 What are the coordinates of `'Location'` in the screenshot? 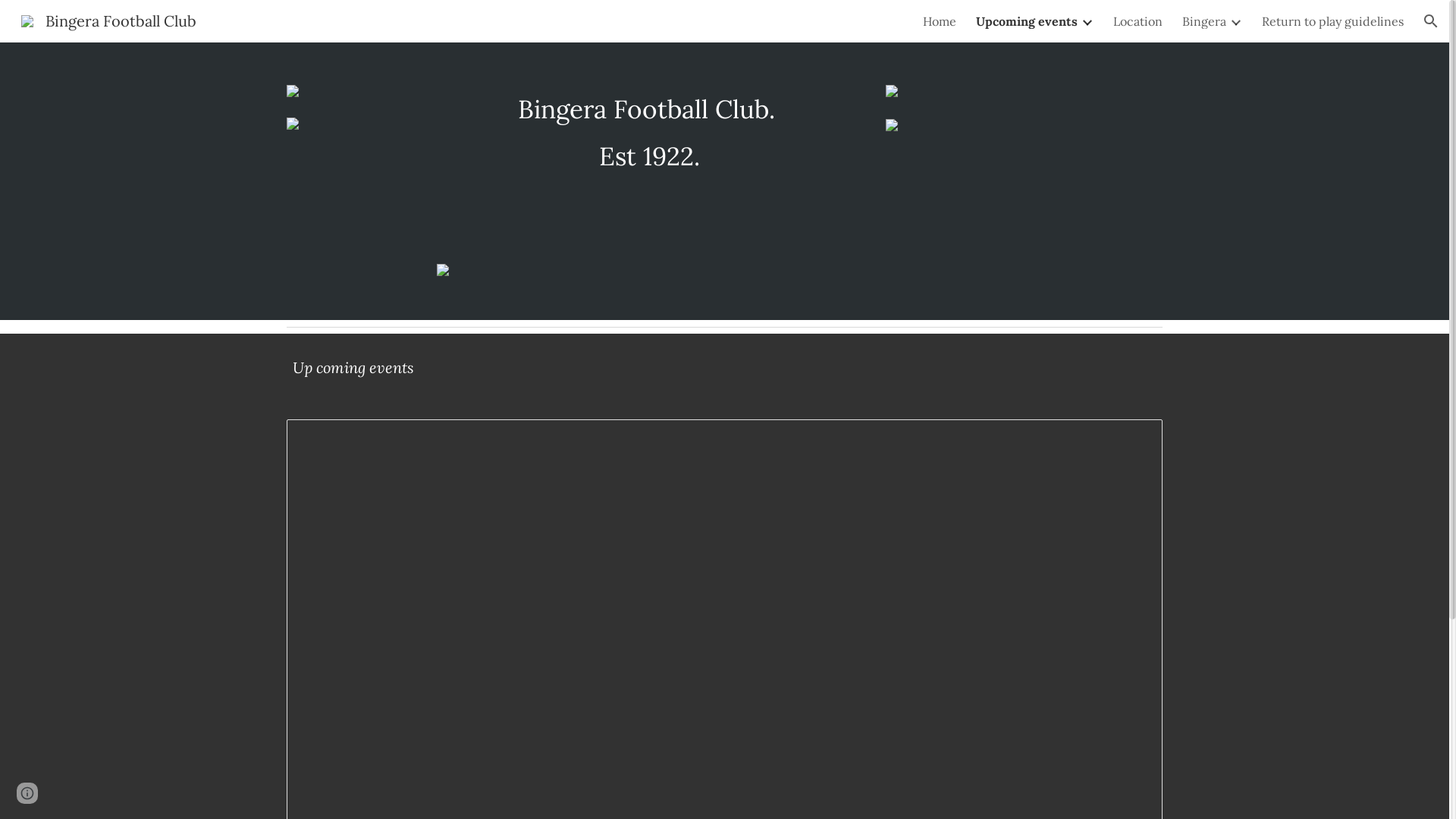 It's located at (1137, 20).